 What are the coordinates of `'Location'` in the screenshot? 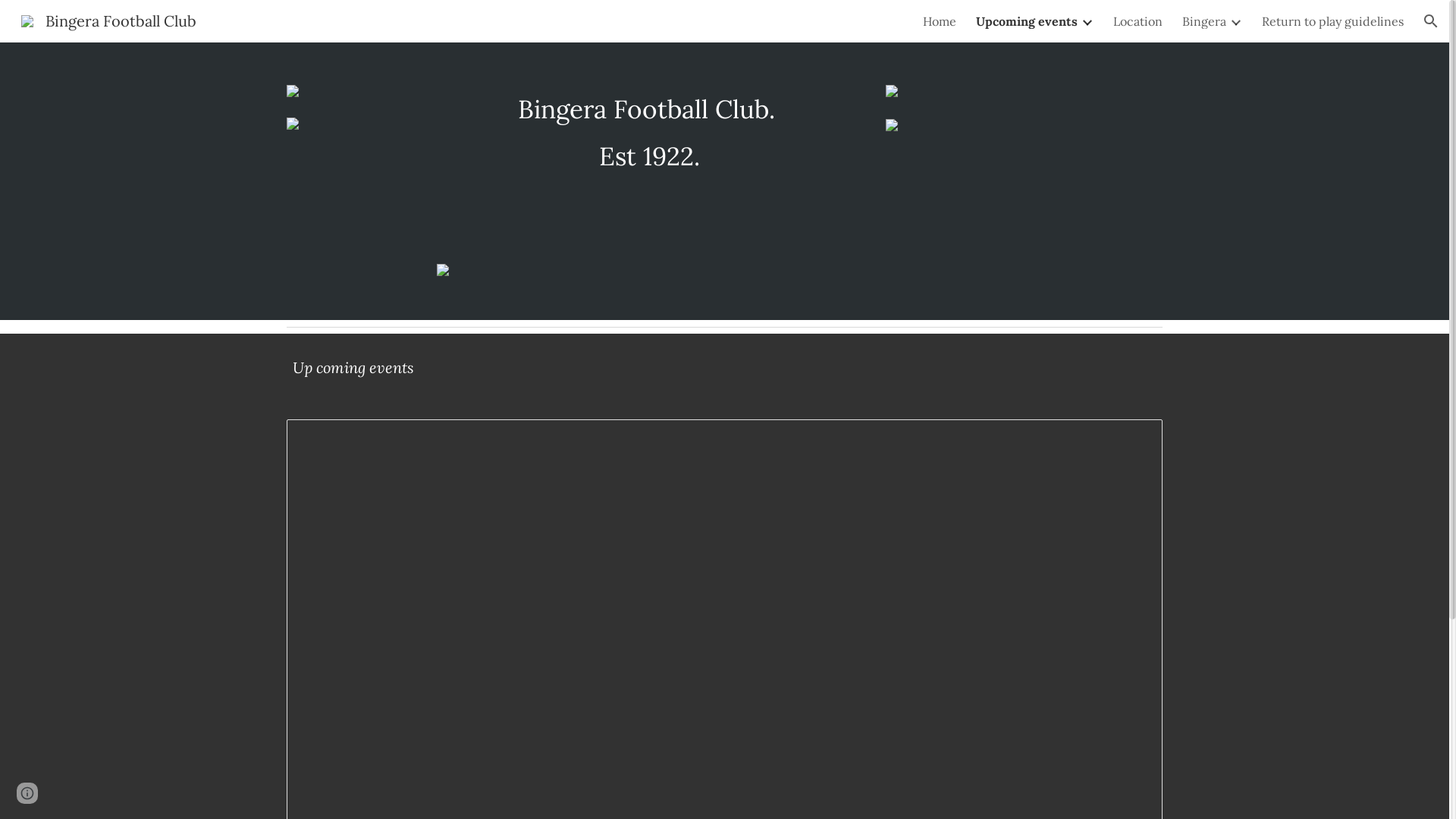 It's located at (1137, 20).